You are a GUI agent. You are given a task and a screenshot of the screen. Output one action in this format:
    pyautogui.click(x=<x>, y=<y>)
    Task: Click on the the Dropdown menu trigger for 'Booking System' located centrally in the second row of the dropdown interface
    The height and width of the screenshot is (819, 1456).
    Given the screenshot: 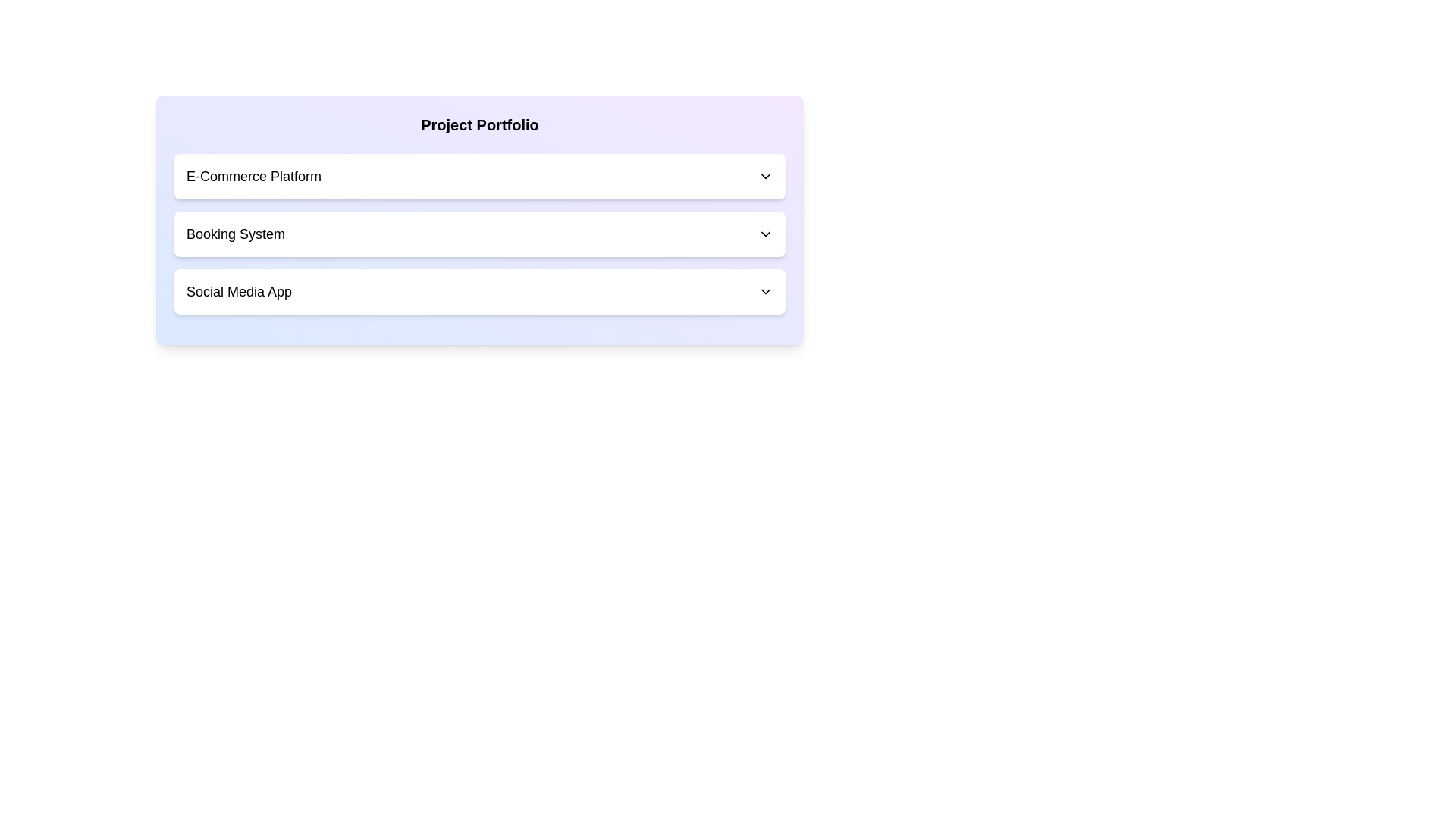 What is the action you would take?
    pyautogui.click(x=479, y=234)
    